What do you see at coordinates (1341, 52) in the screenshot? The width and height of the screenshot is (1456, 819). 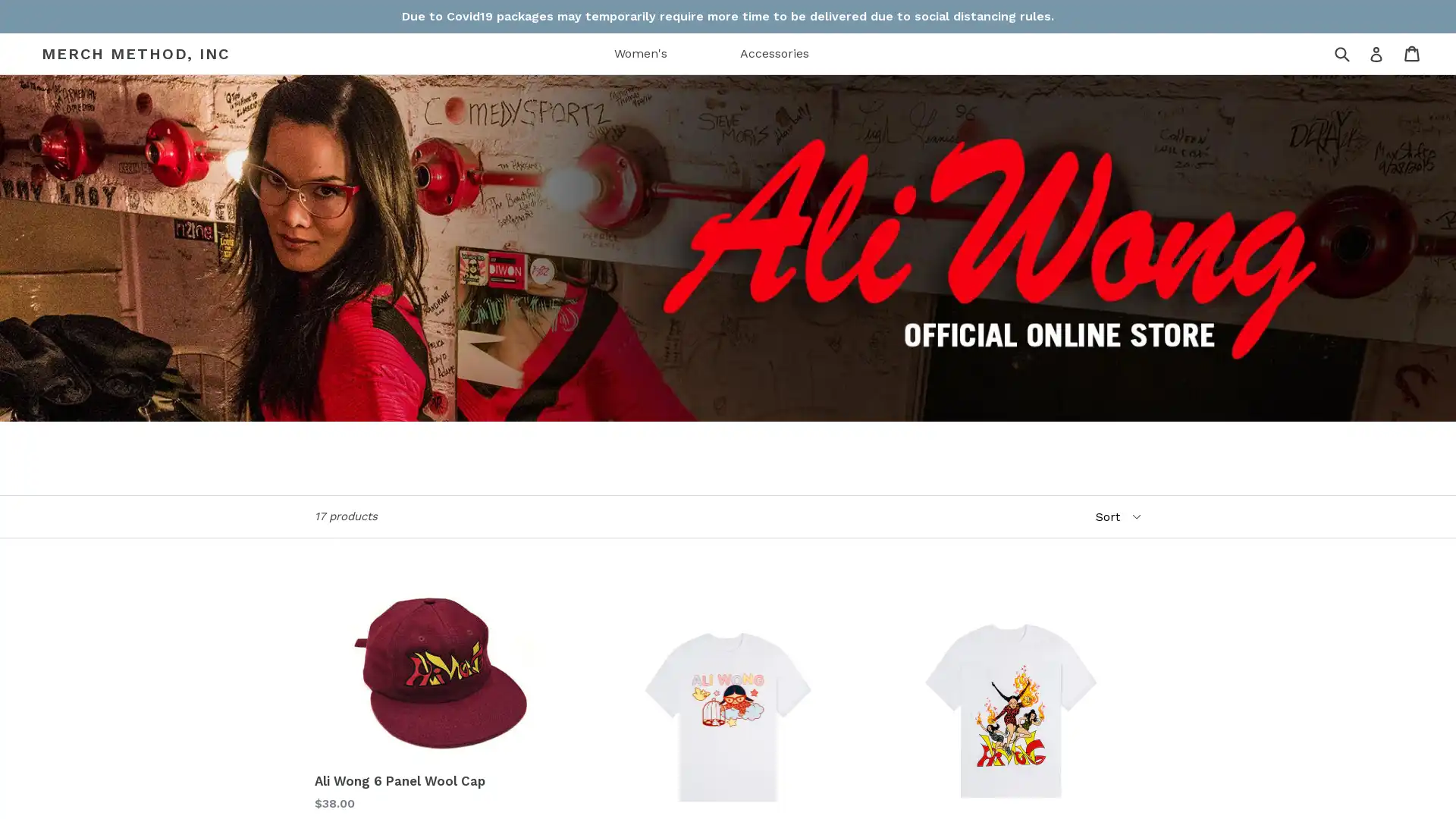 I see `Submit` at bounding box center [1341, 52].